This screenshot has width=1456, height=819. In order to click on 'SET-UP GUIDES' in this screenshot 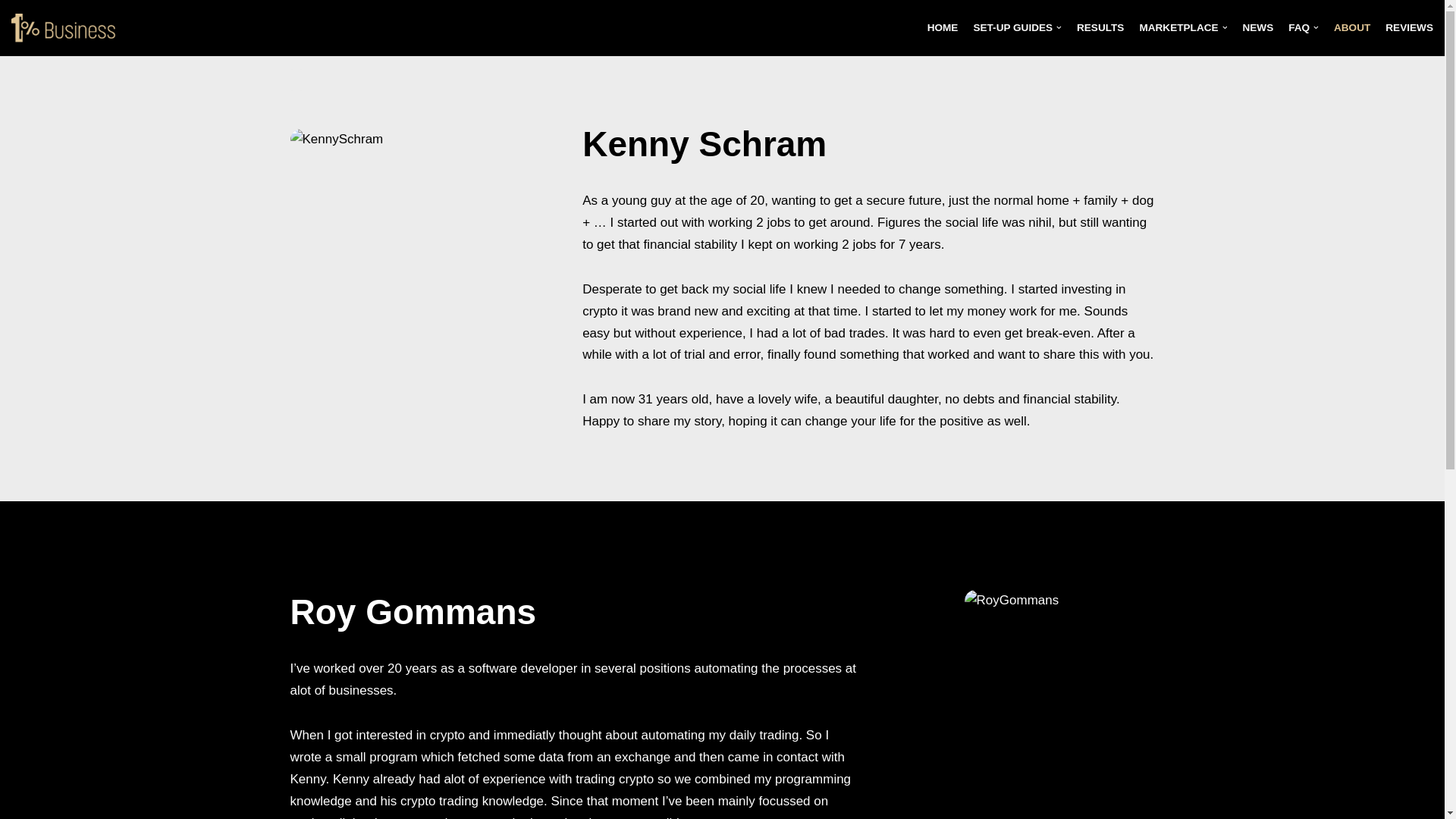, I will do `click(1017, 27)`.